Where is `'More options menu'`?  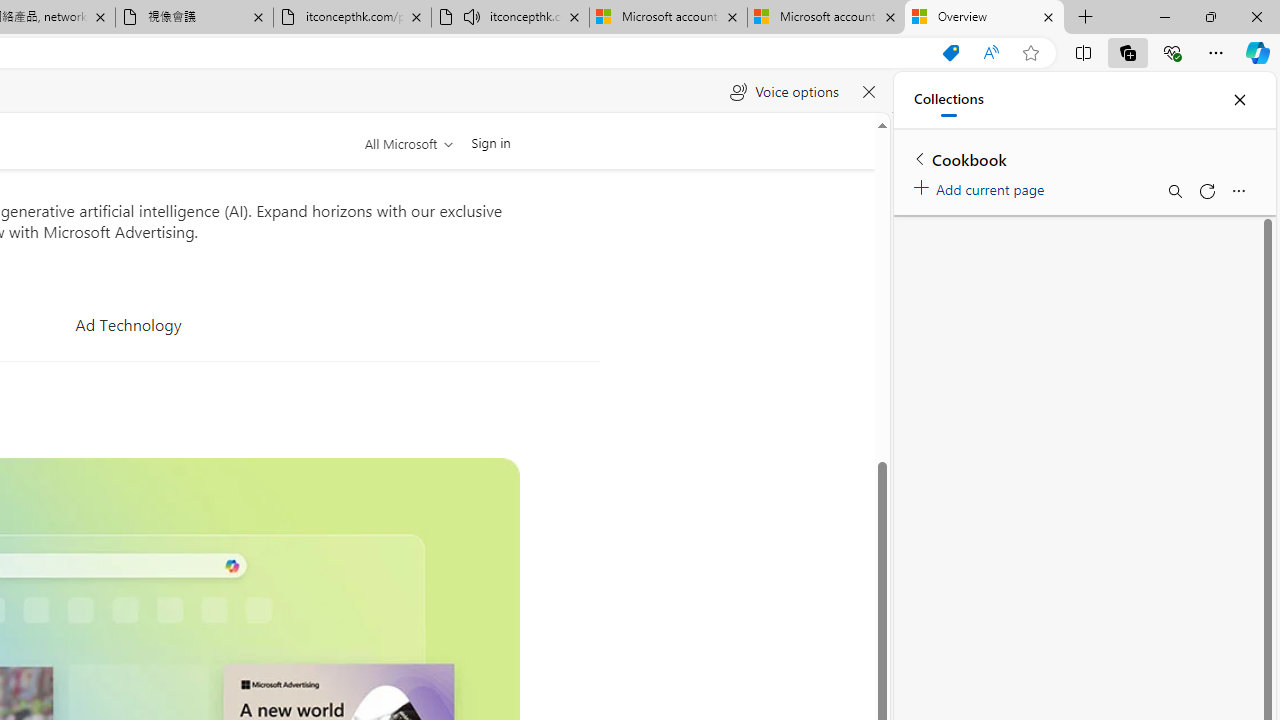 'More options menu' is located at coordinates (1237, 191).